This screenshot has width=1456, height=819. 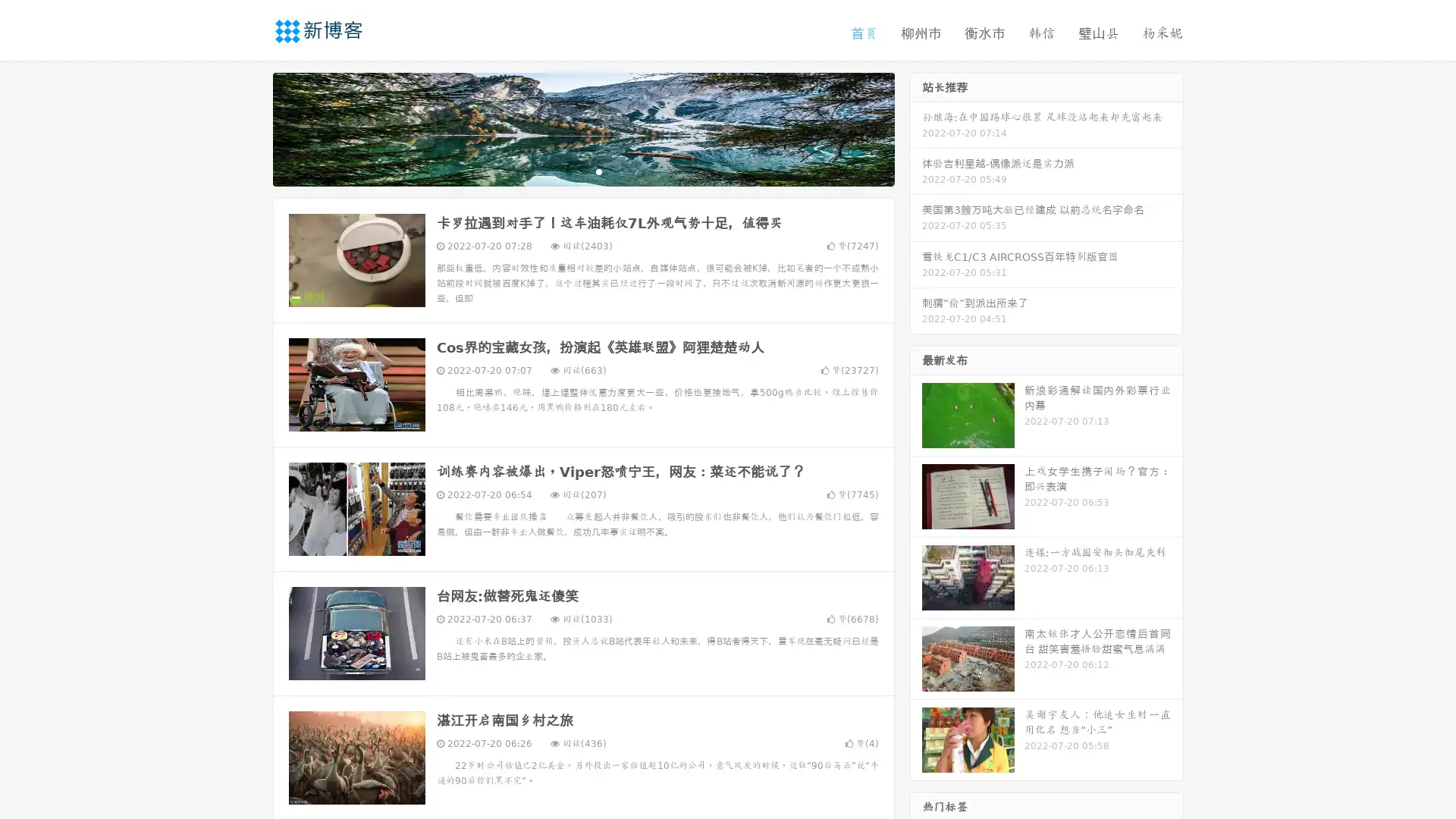 What do you see at coordinates (916, 127) in the screenshot?
I see `Next slide` at bounding box center [916, 127].